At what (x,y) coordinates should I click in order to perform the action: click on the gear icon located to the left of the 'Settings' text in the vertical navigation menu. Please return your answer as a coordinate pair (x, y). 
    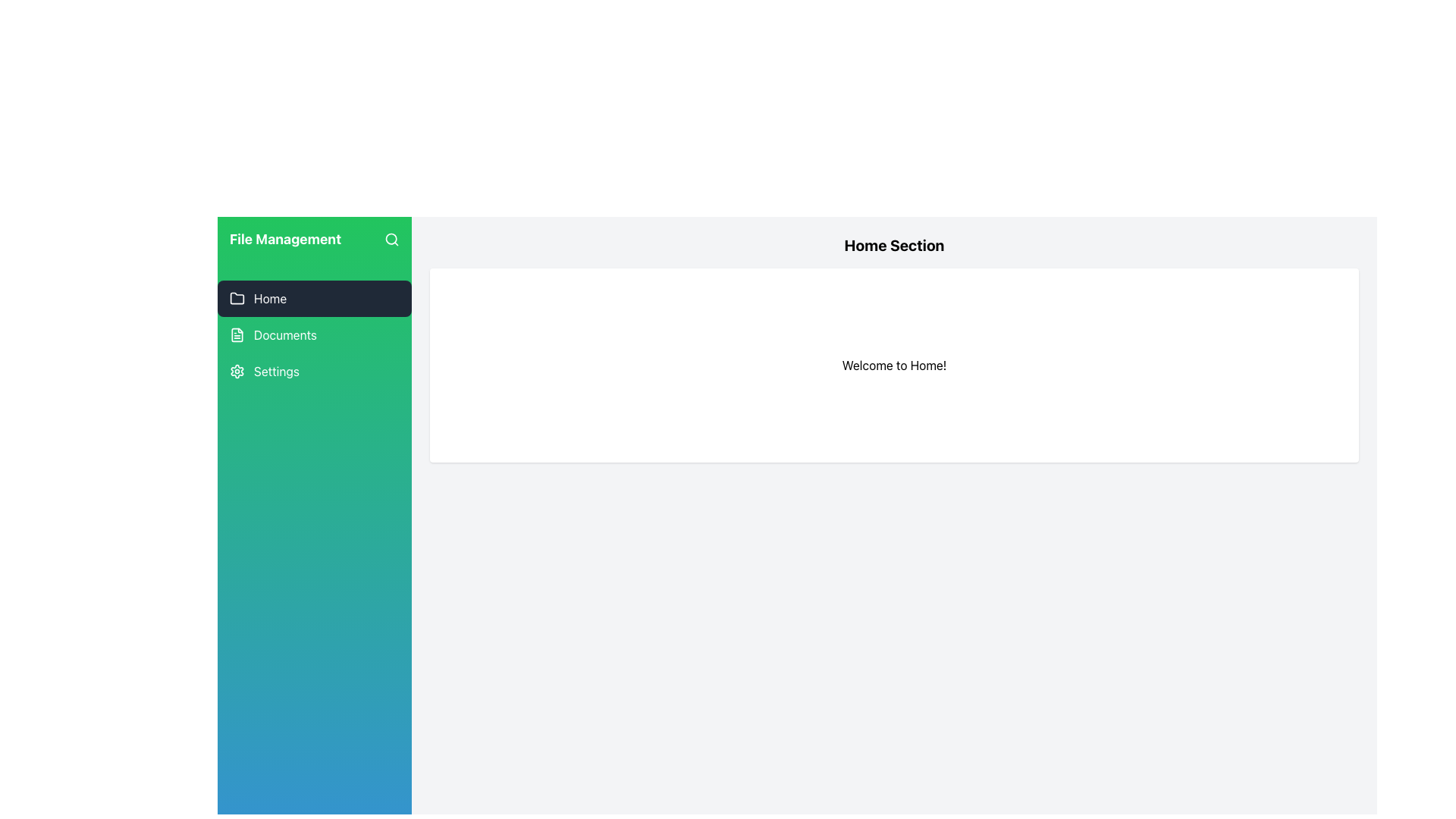
    Looking at the image, I should click on (236, 371).